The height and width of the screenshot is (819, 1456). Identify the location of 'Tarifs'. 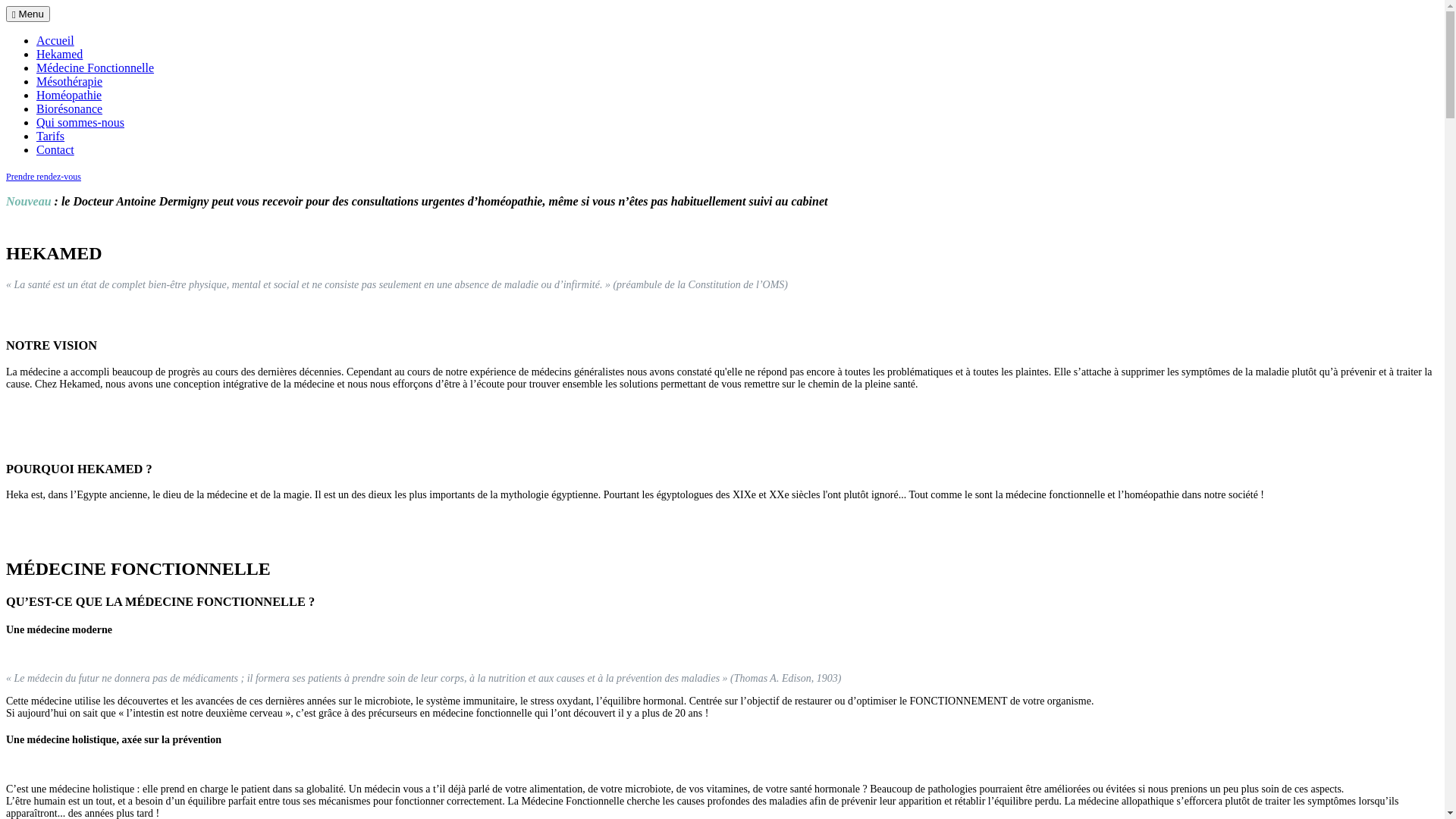
(50, 135).